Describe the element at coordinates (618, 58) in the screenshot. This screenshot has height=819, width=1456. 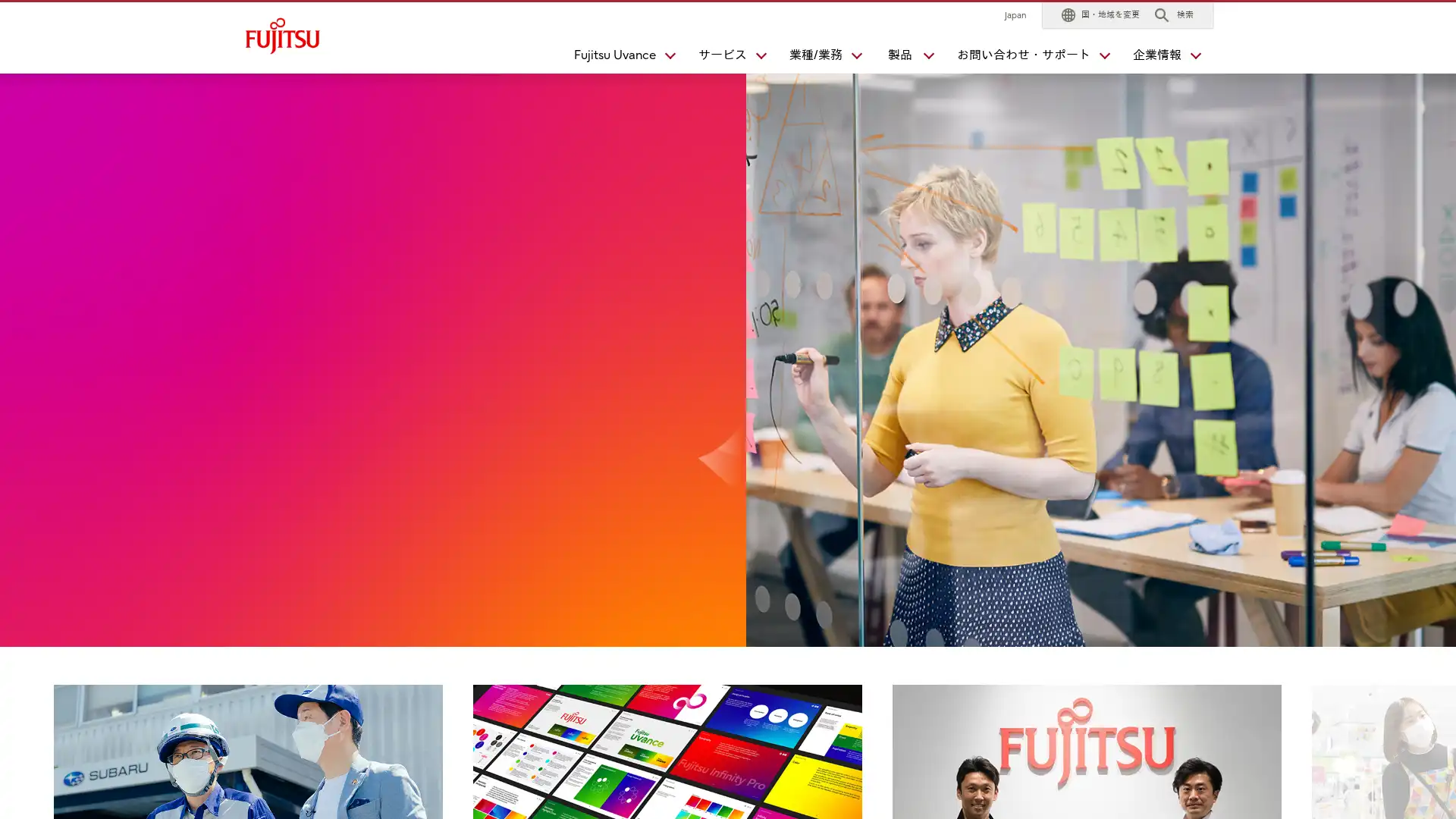
I see `Fujitsu Uvance` at that location.